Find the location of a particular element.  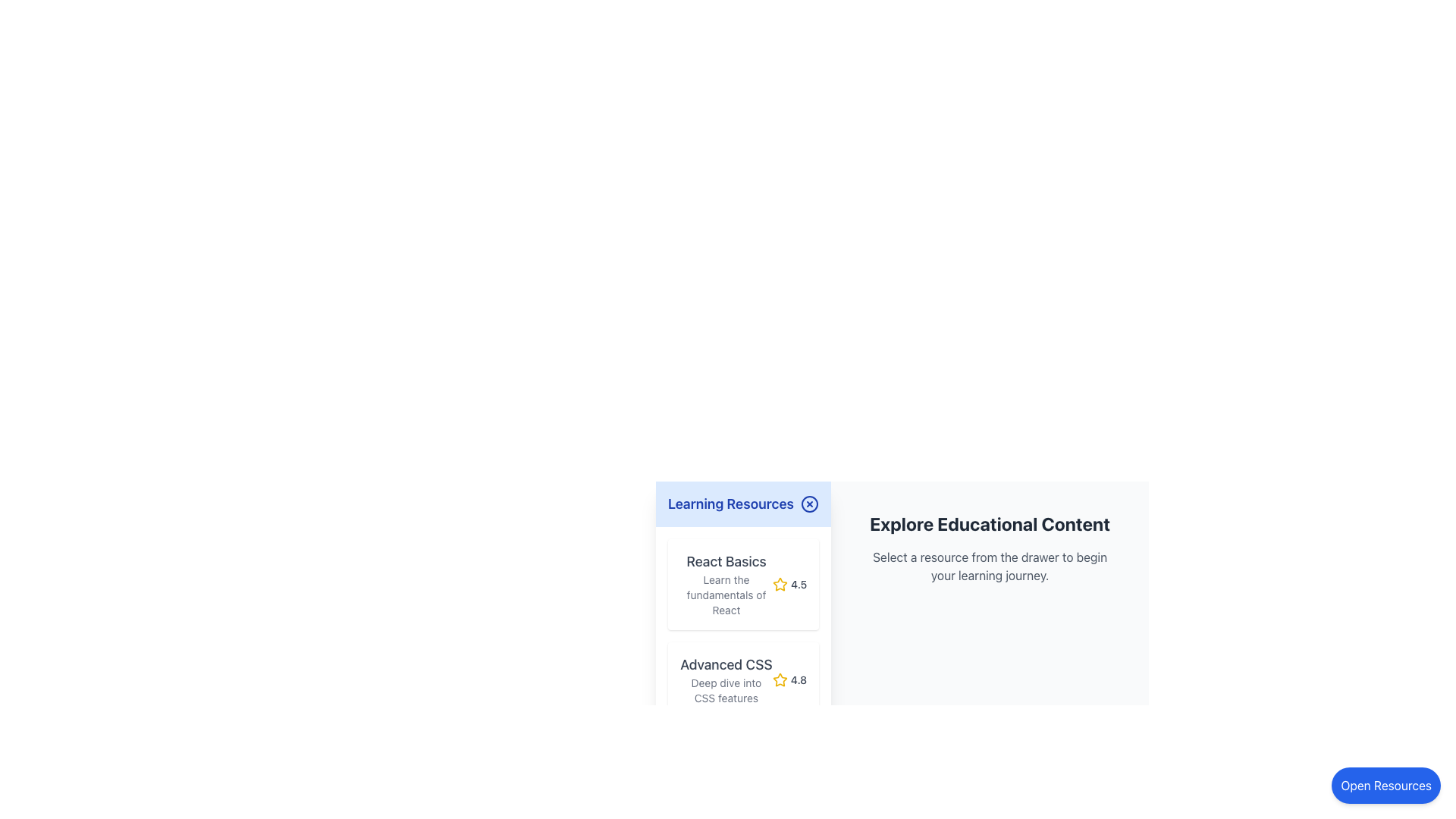

the header labeled 'Learning Resources' with a light blue background to bring up a context menu is located at coordinates (743, 504).